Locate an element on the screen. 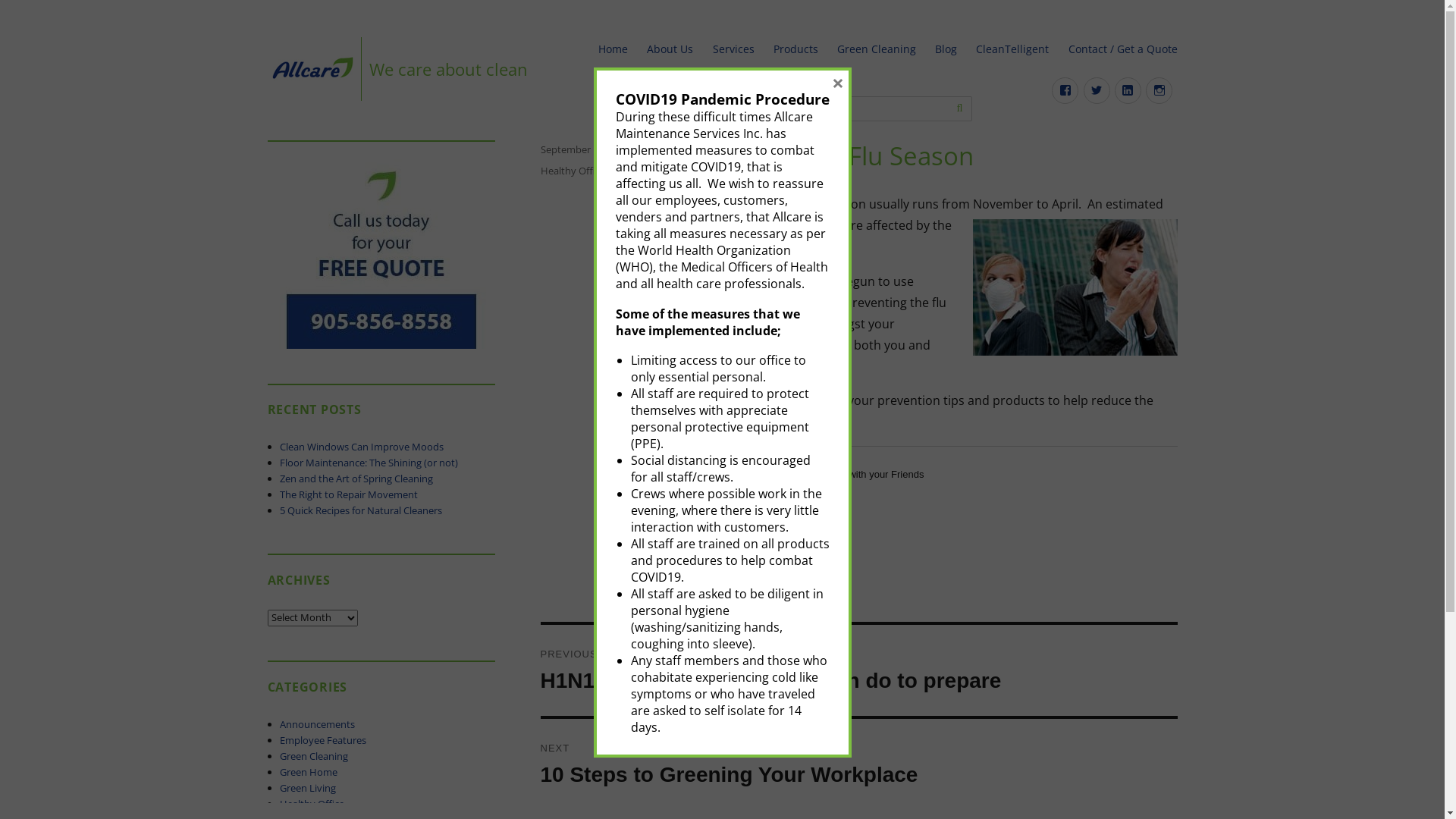 The image size is (1456, 819). 'Announcements' is located at coordinates (316, 723).